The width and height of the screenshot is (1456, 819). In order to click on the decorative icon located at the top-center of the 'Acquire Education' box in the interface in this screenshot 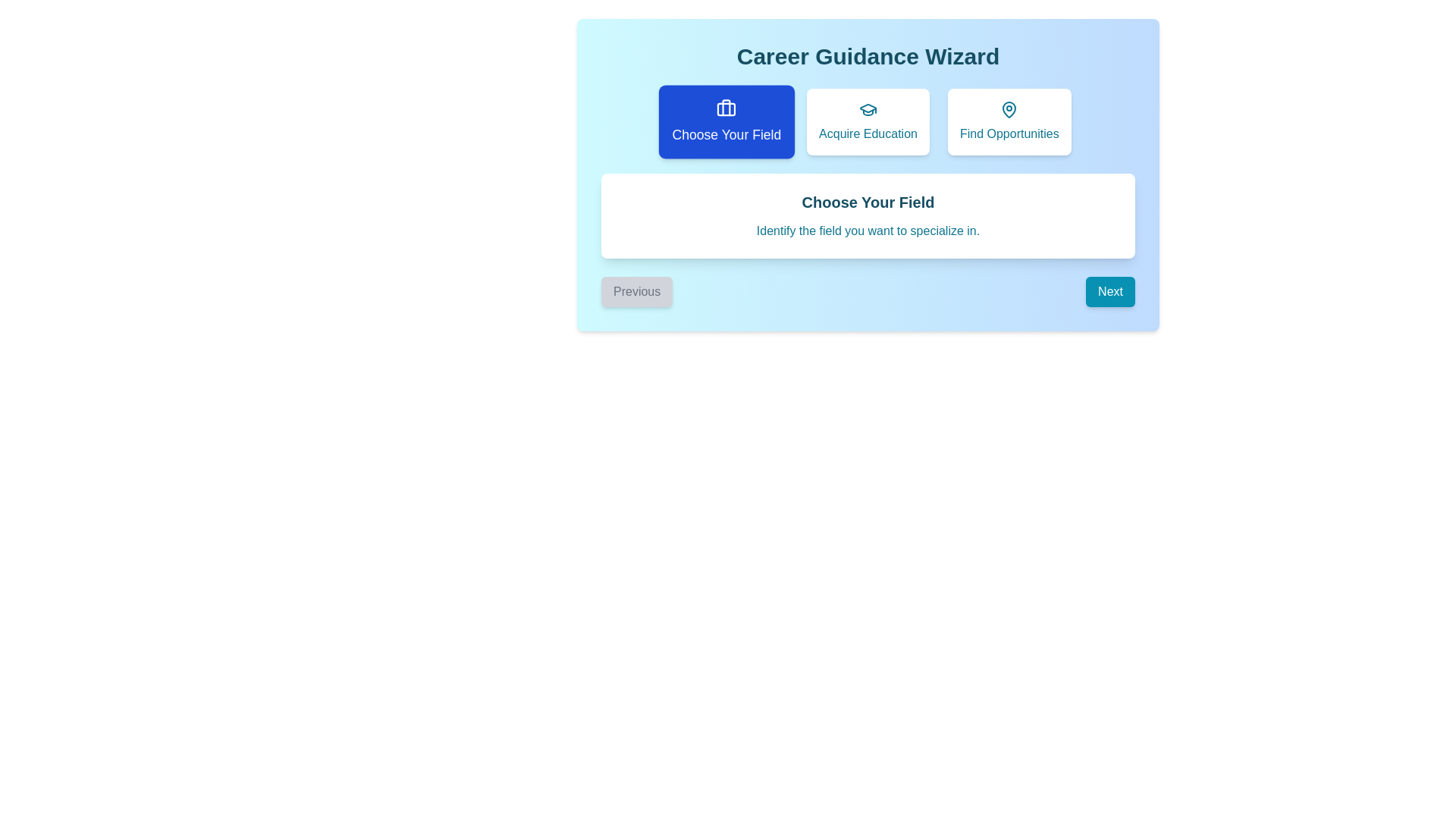, I will do `click(868, 107)`.